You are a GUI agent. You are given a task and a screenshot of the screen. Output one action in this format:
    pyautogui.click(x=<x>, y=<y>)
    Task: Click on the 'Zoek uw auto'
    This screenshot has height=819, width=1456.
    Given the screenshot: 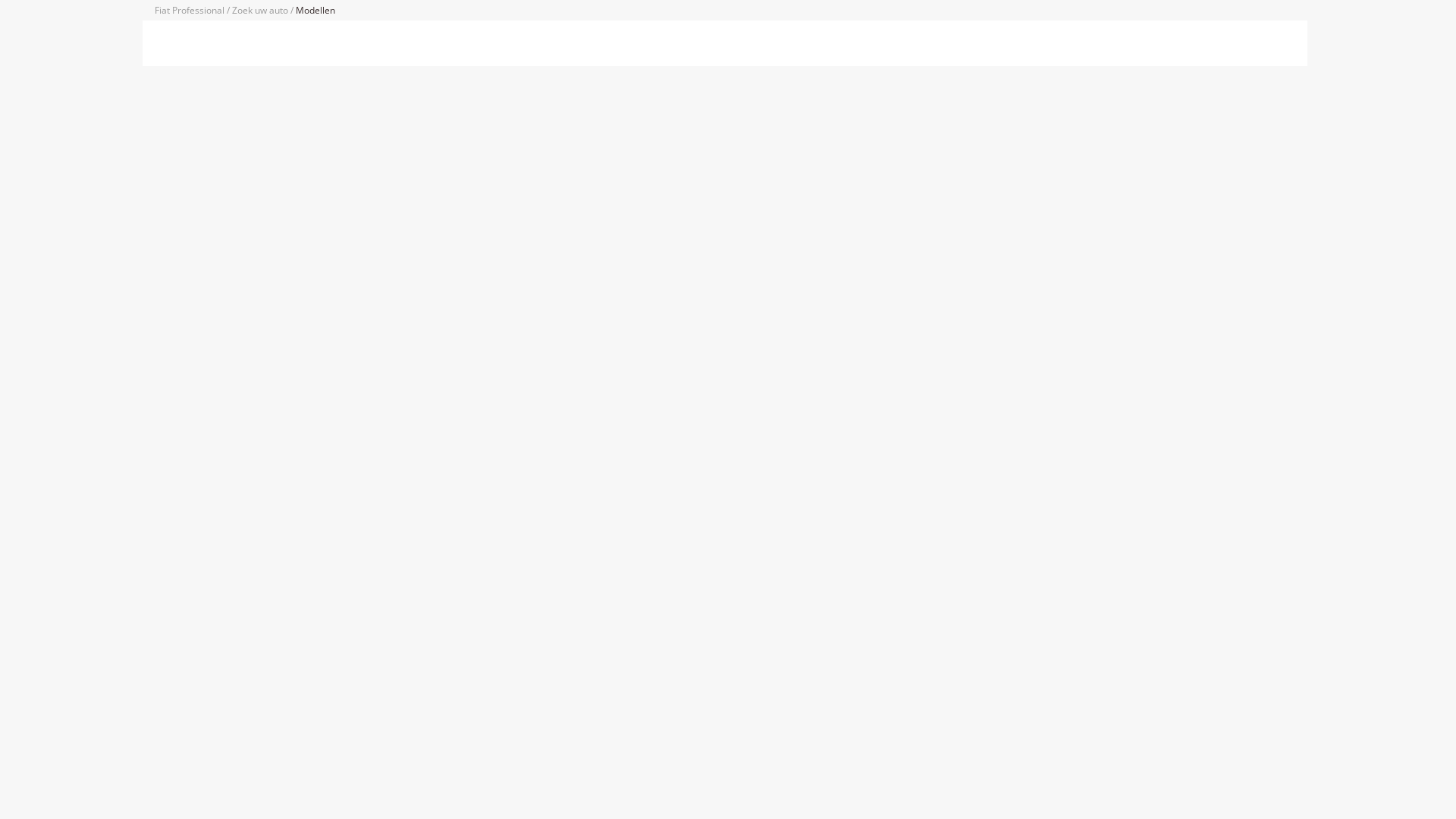 What is the action you would take?
    pyautogui.click(x=261, y=10)
    